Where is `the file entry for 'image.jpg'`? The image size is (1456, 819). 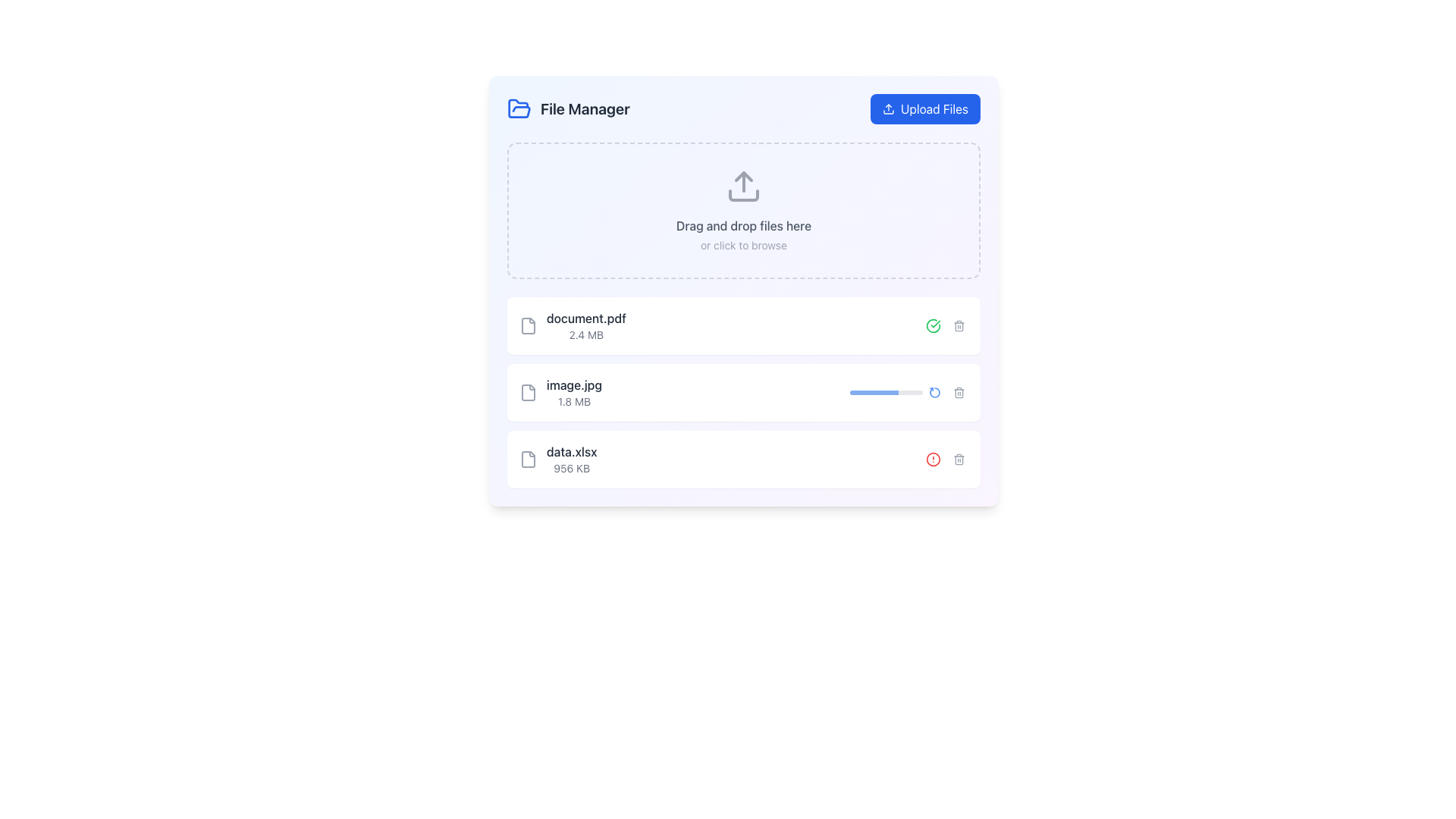 the file entry for 'image.jpg' is located at coordinates (560, 391).